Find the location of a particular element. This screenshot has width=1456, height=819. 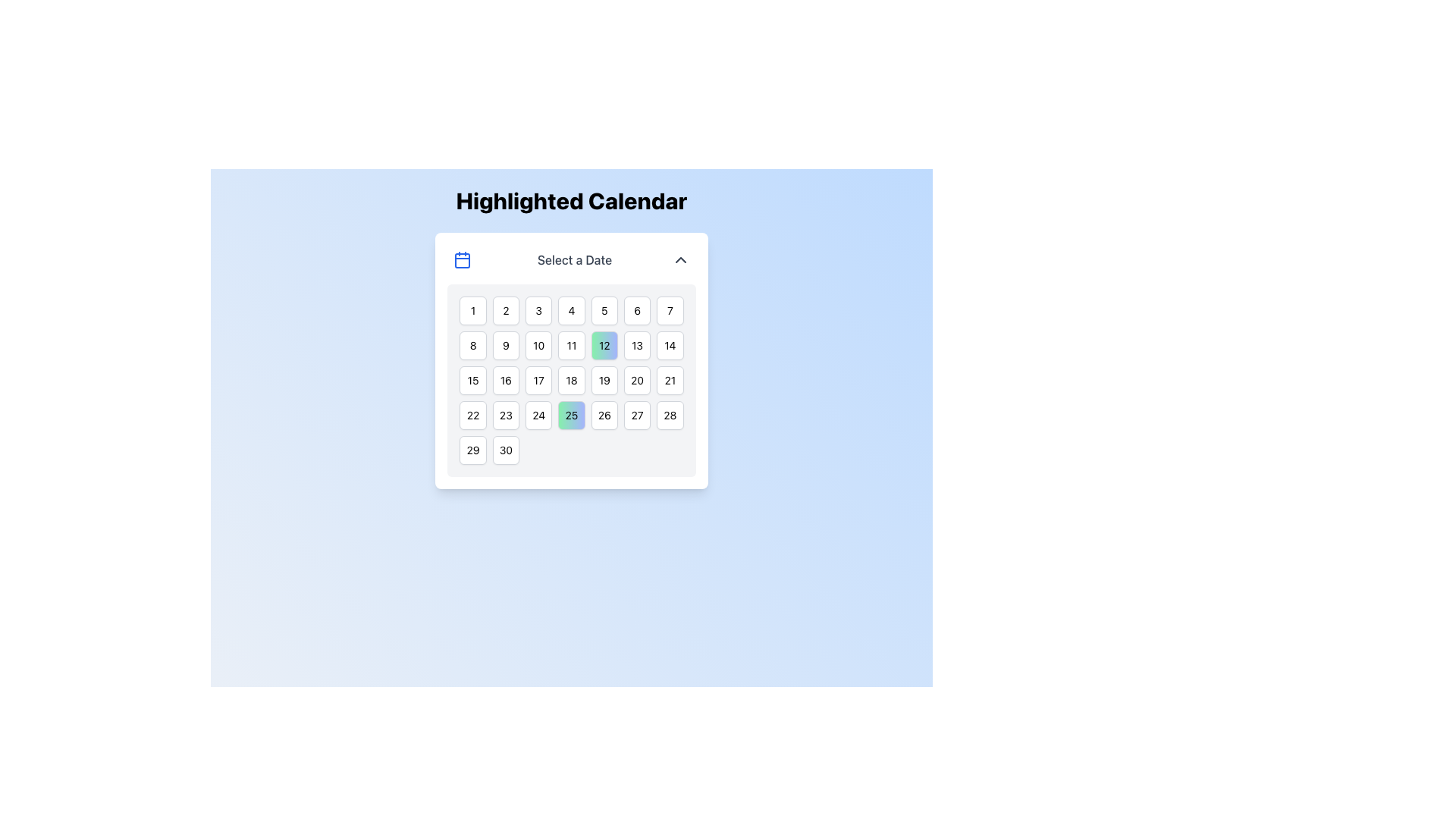

the button representing the date 15 is located at coordinates (472, 379).